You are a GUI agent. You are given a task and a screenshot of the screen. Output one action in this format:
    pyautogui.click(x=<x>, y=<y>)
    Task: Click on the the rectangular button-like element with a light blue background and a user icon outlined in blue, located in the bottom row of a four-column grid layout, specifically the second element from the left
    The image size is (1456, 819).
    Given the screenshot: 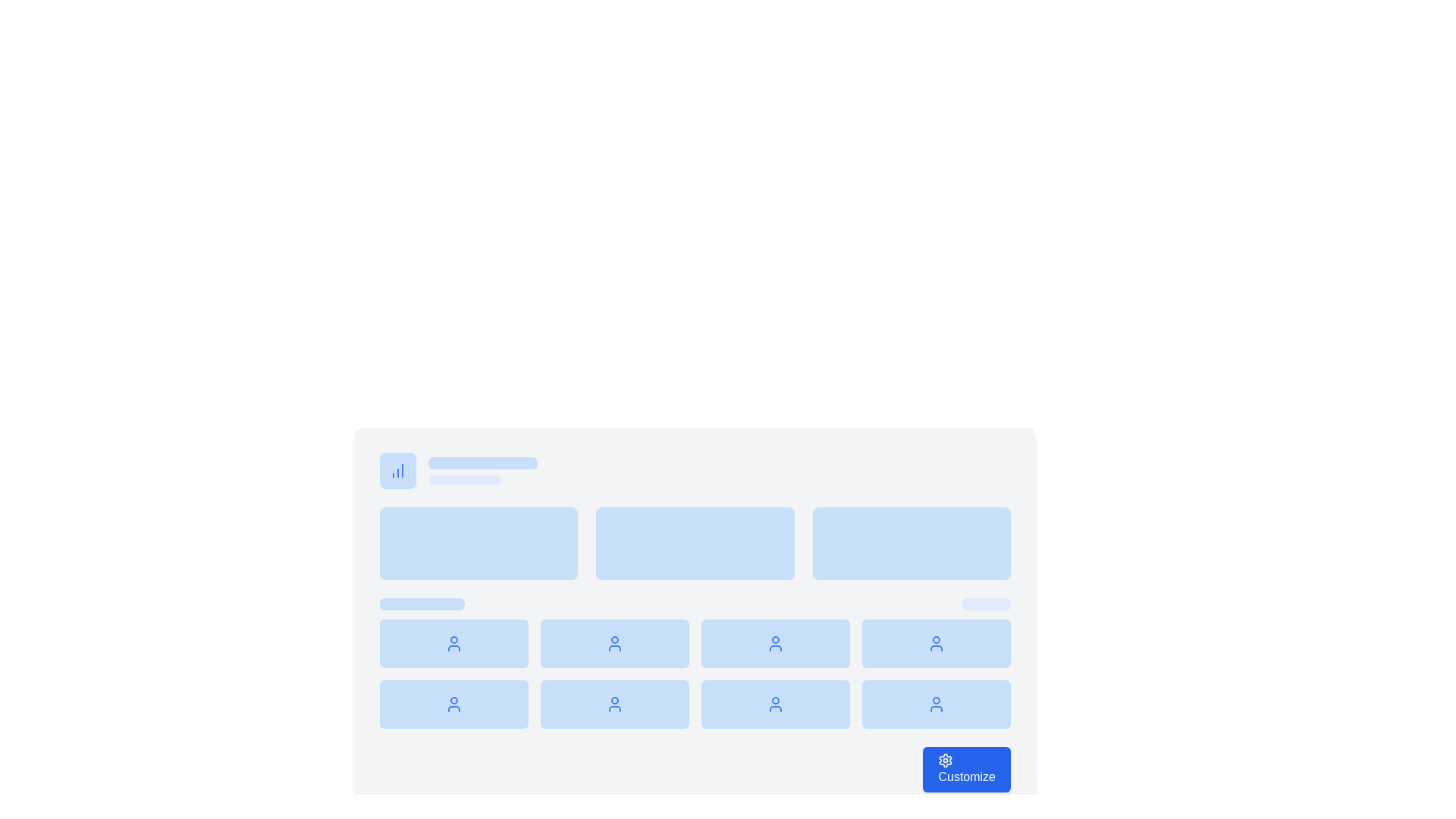 What is the action you would take?
    pyautogui.click(x=615, y=704)
    